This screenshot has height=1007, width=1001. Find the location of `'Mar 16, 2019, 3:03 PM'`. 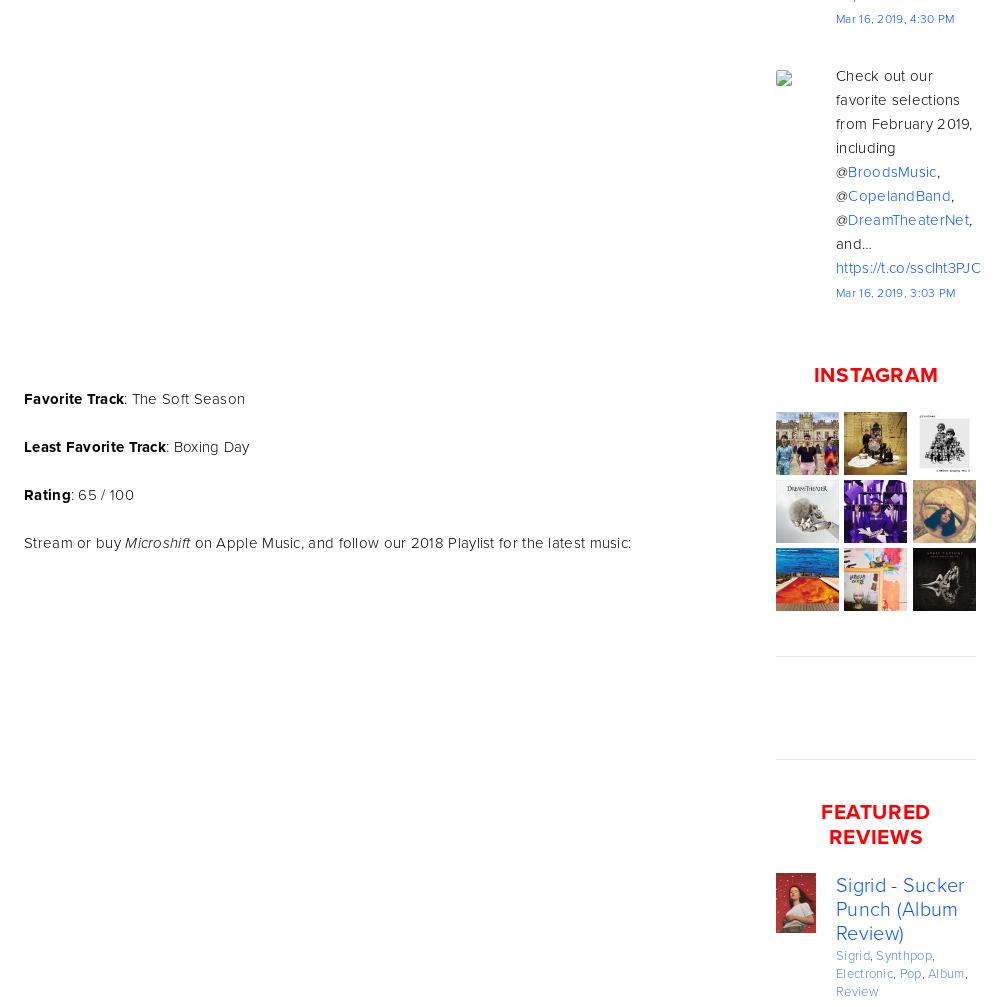

'Mar 16, 2019, 3:03 PM' is located at coordinates (895, 293).